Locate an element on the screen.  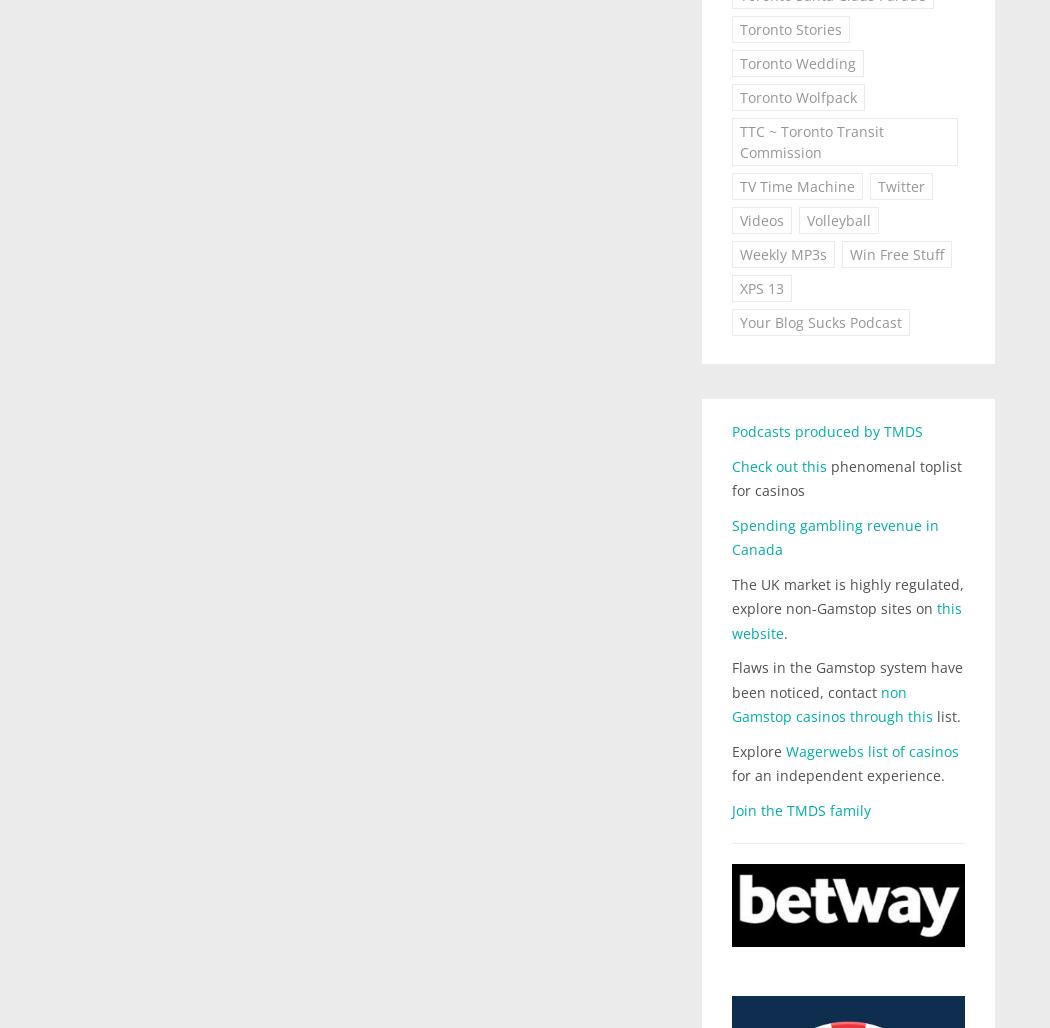
'Toronto Wedding' is located at coordinates (795, 63).